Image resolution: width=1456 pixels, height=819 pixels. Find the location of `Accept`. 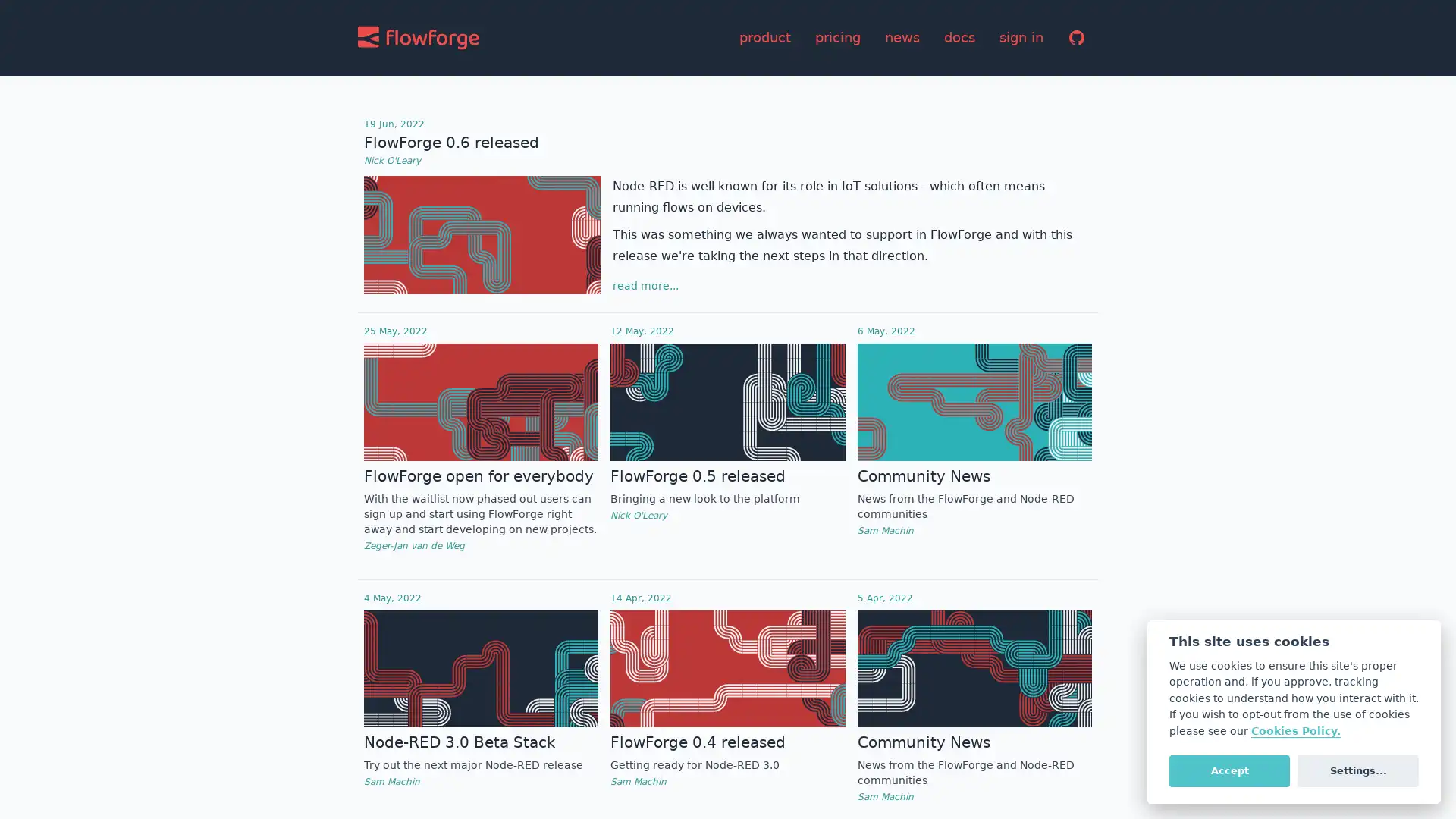

Accept is located at coordinates (1229, 770).